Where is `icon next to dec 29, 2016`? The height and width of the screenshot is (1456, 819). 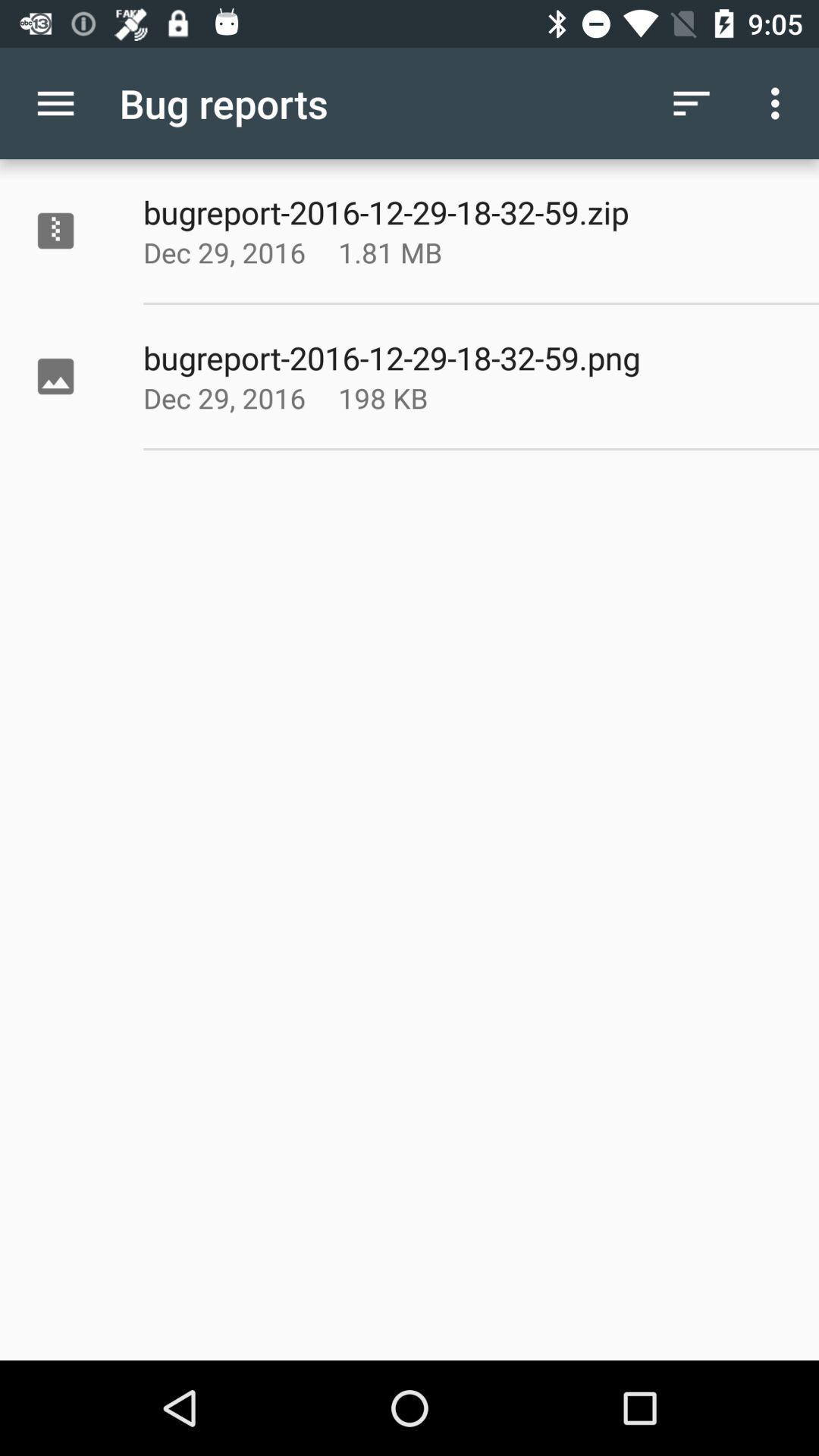 icon next to dec 29, 2016 is located at coordinates (428, 397).